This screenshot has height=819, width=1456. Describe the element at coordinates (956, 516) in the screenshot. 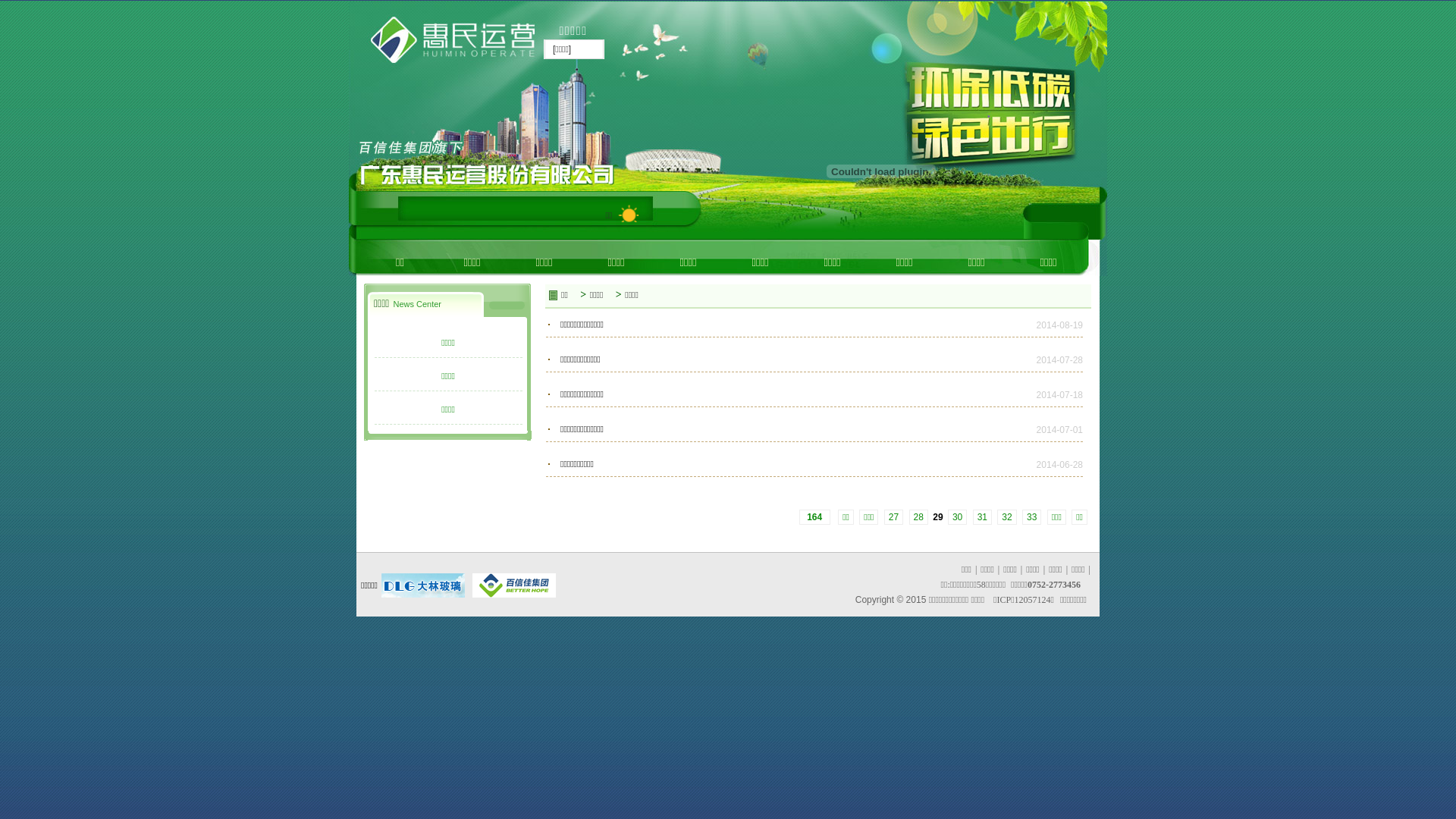

I see `'30'` at that location.